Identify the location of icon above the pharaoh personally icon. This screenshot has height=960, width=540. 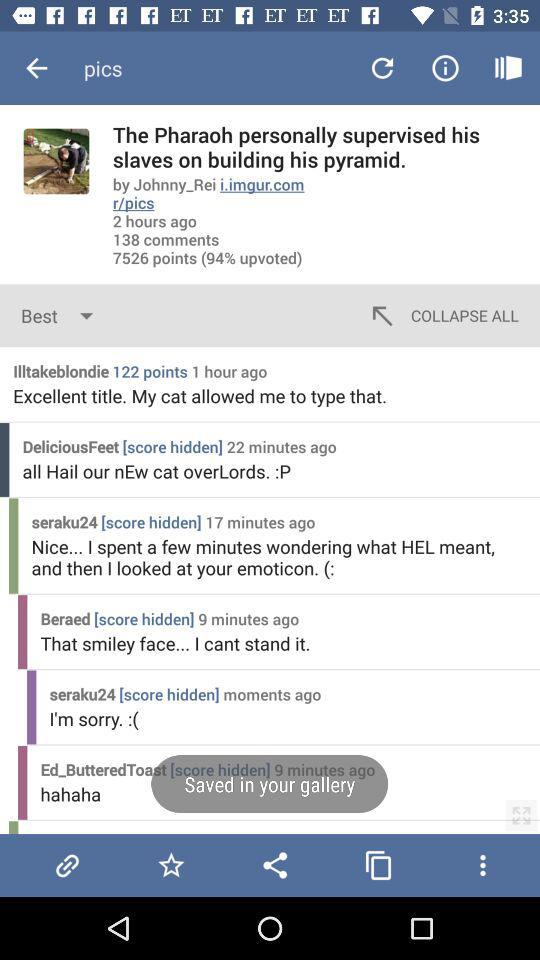
(382, 68).